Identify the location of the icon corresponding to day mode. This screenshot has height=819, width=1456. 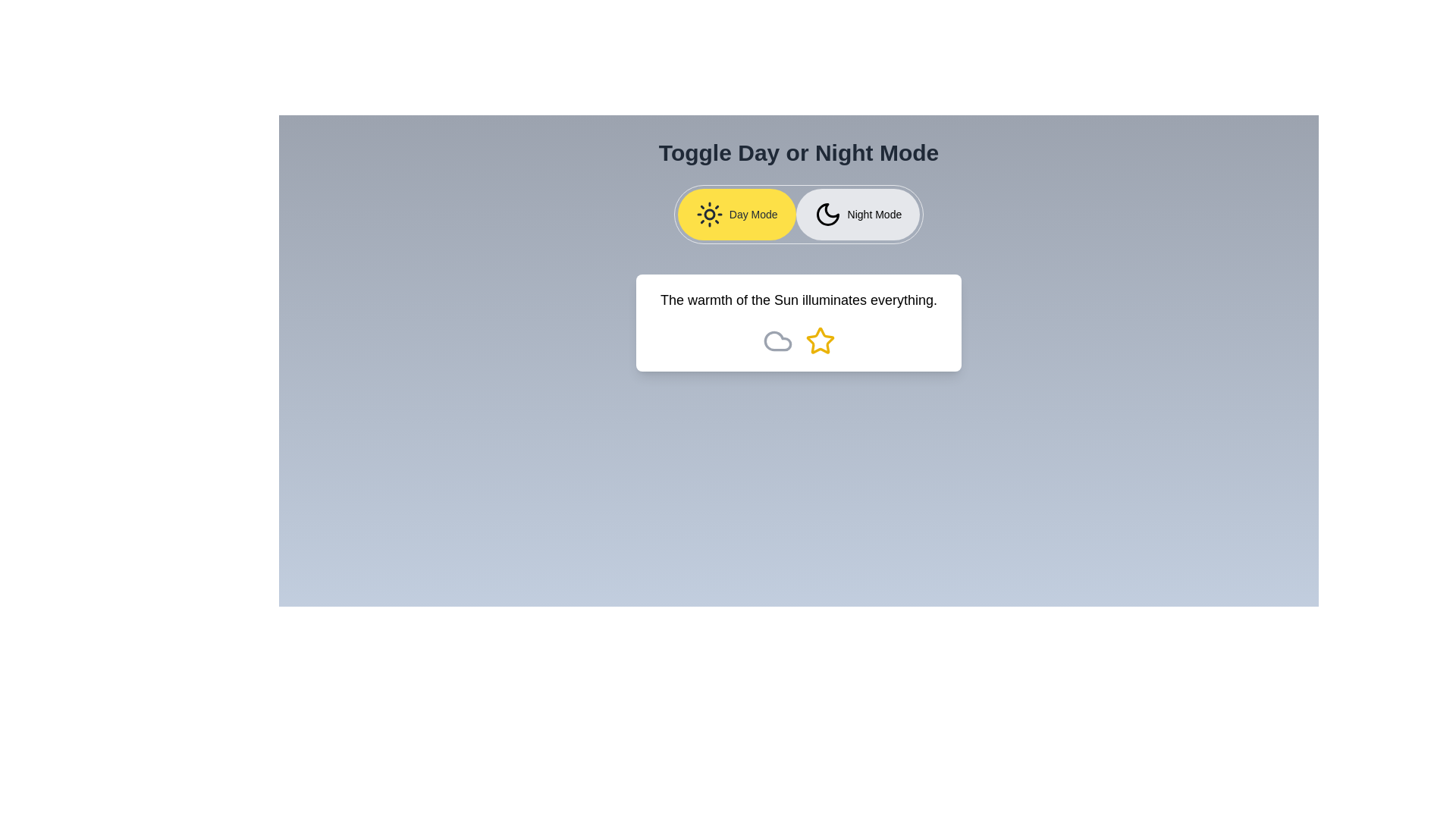
(736, 214).